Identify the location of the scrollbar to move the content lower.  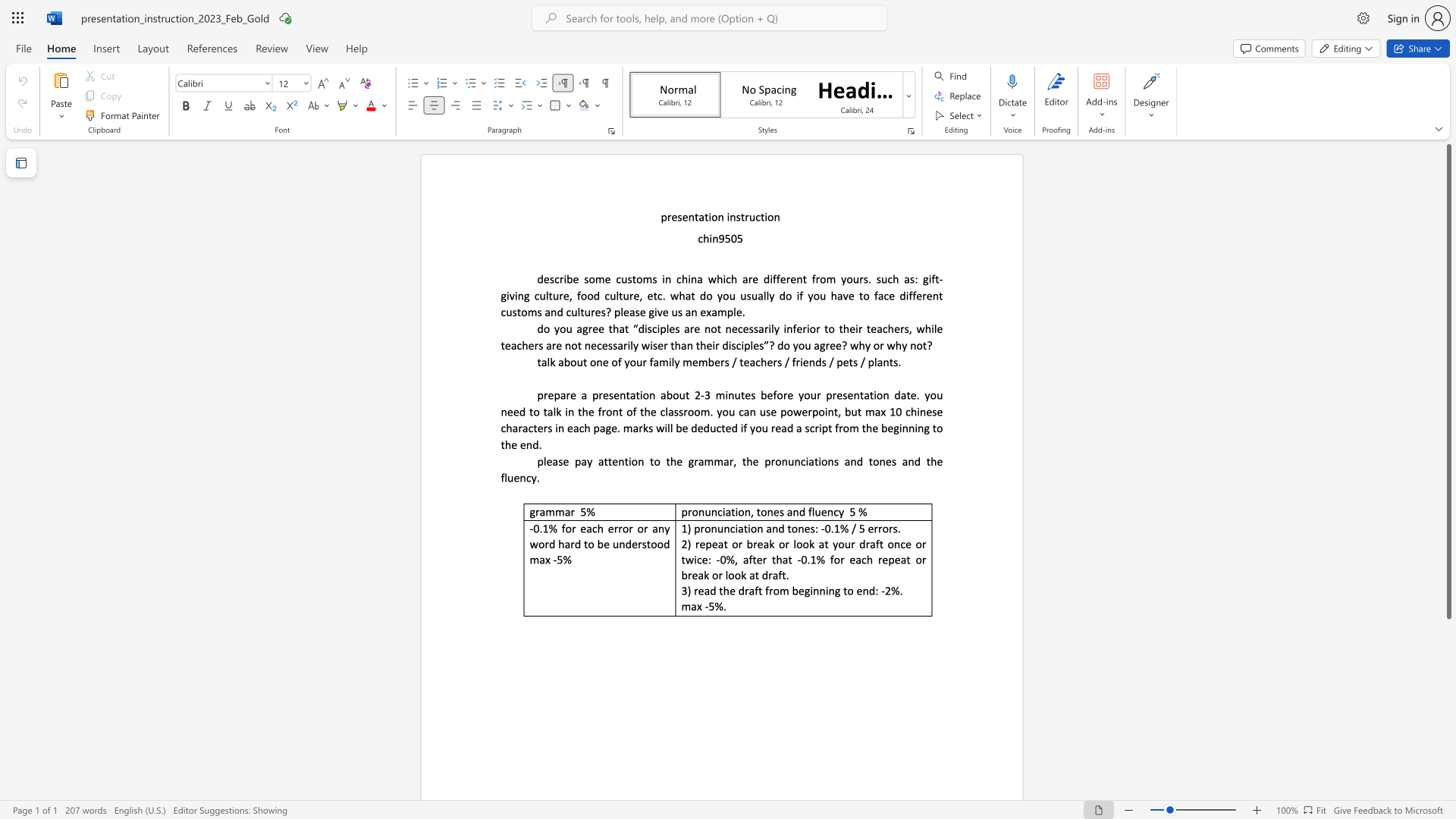
(1448, 766).